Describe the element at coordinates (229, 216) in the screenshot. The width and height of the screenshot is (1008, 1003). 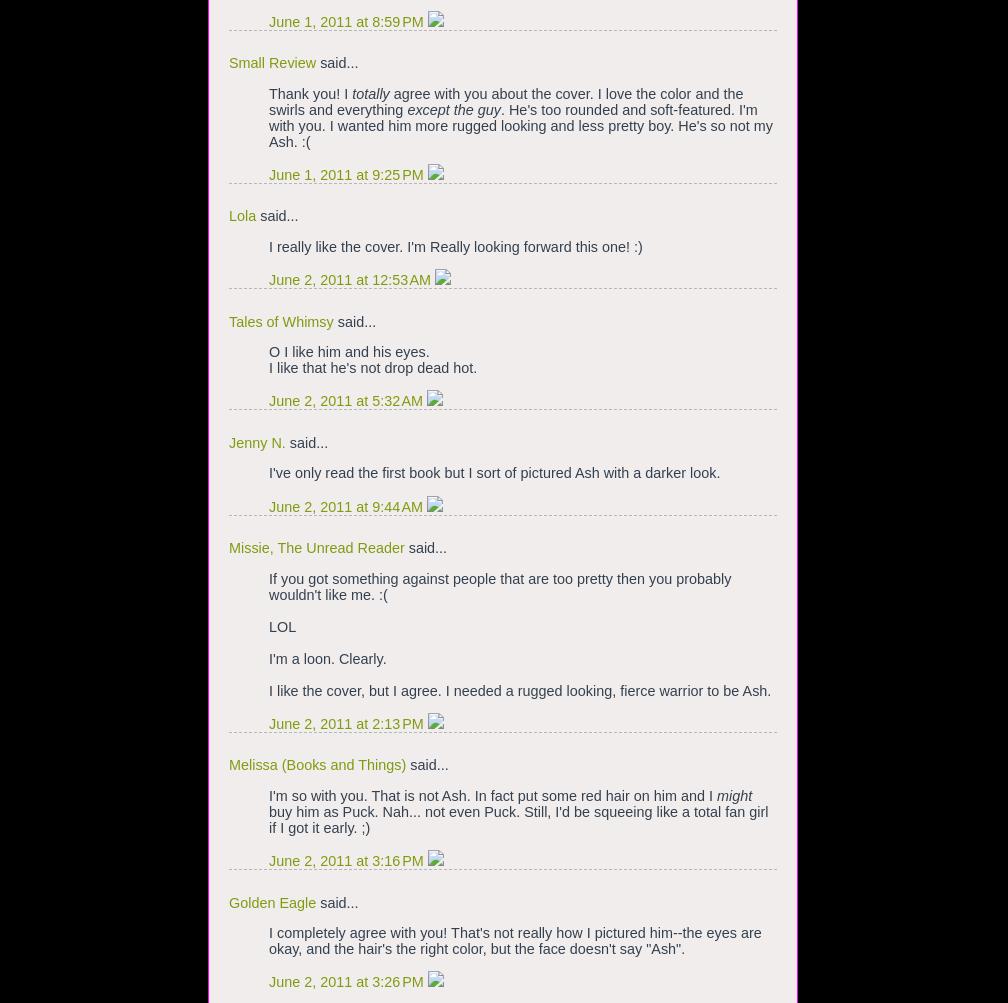
I see `'Lola'` at that location.